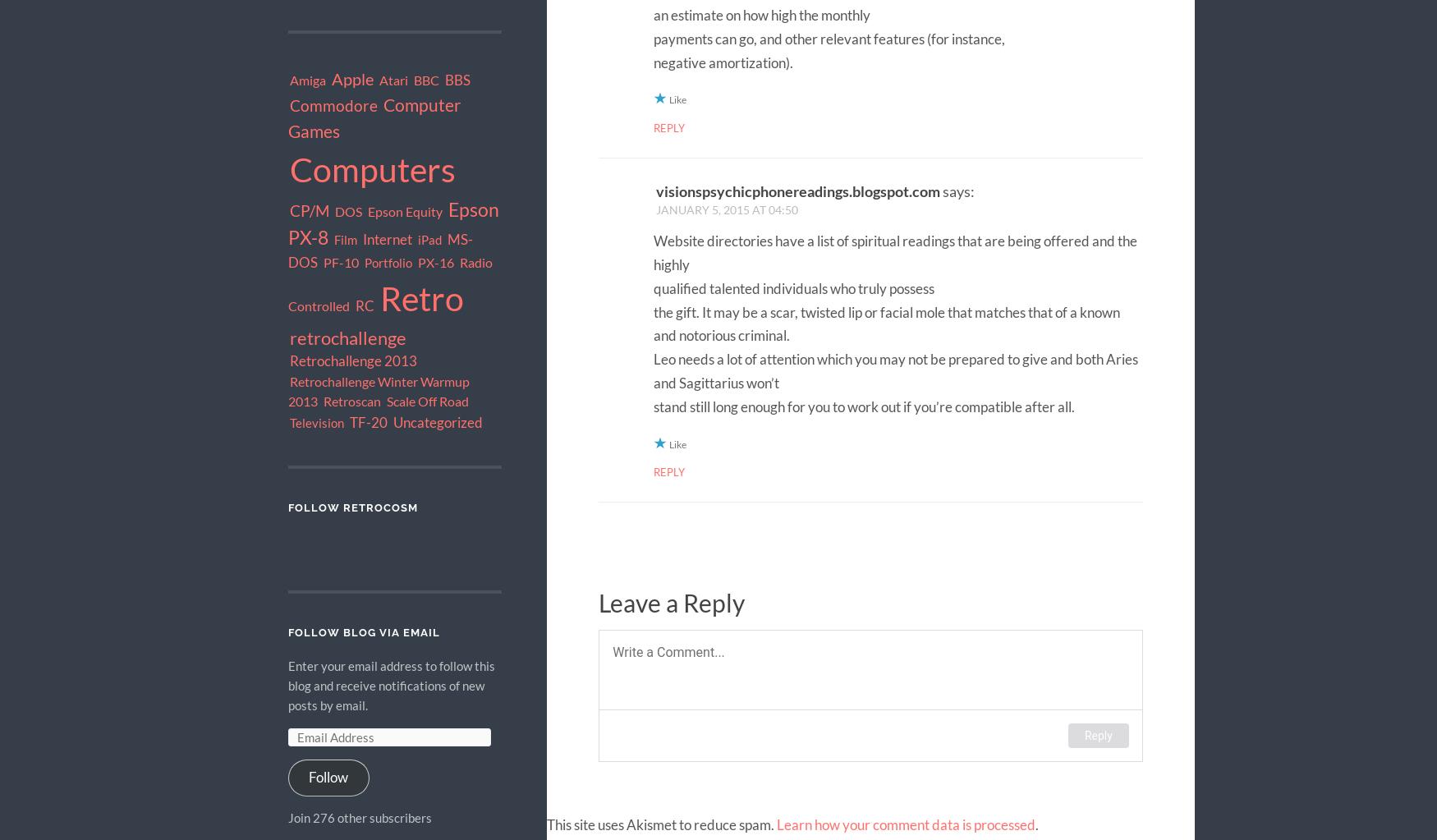  What do you see at coordinates (389, 282) in the screenshot?
I see `'Radio Controlled'` at bounding box center [389, 282].